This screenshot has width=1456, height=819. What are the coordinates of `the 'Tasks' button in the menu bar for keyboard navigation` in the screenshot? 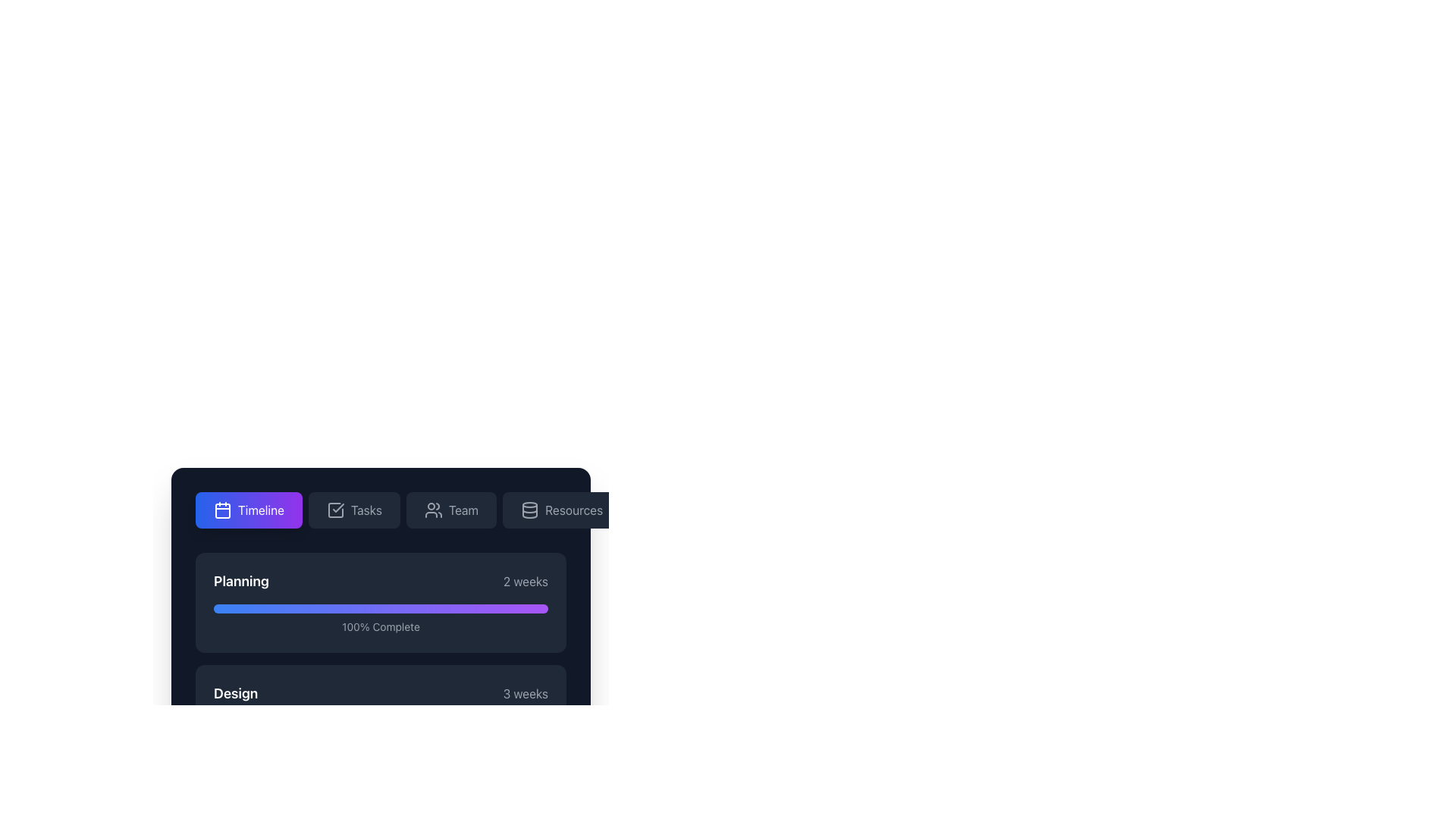 It's located at (381, 510).